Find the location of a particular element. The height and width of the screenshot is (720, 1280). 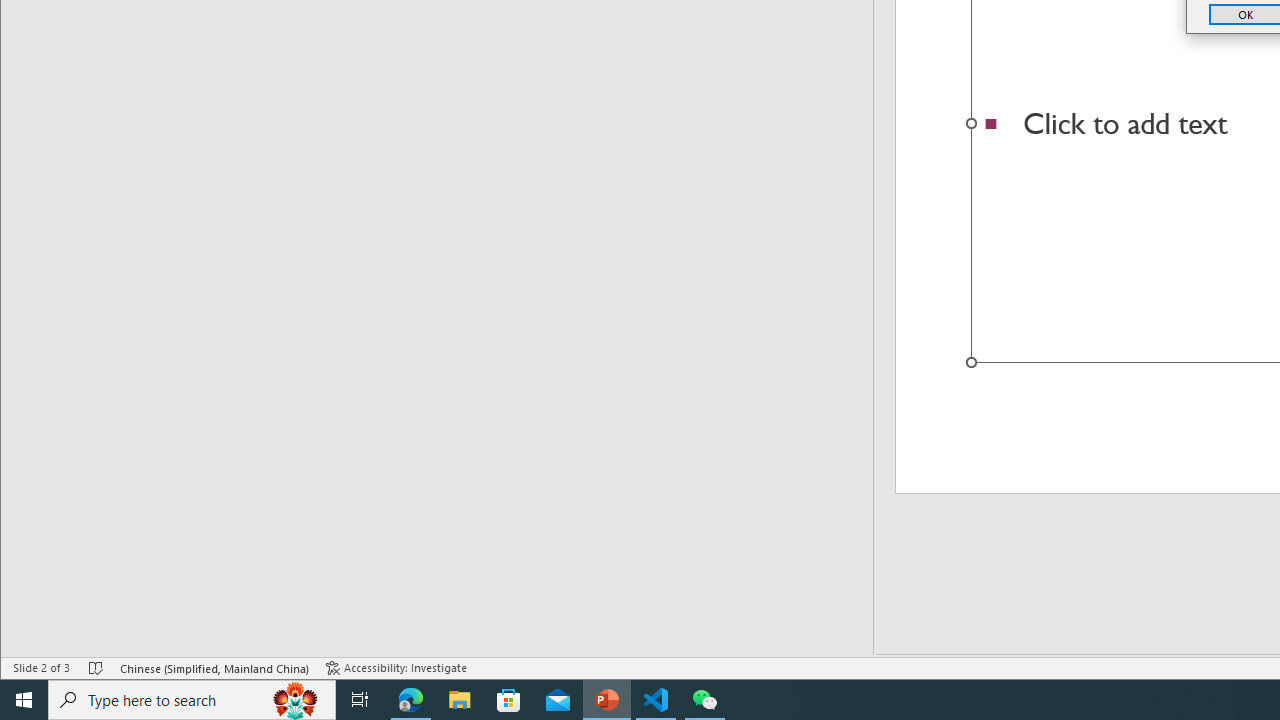

'Microsoft Edge - 1 running window' is located at coordinates (410, 698).